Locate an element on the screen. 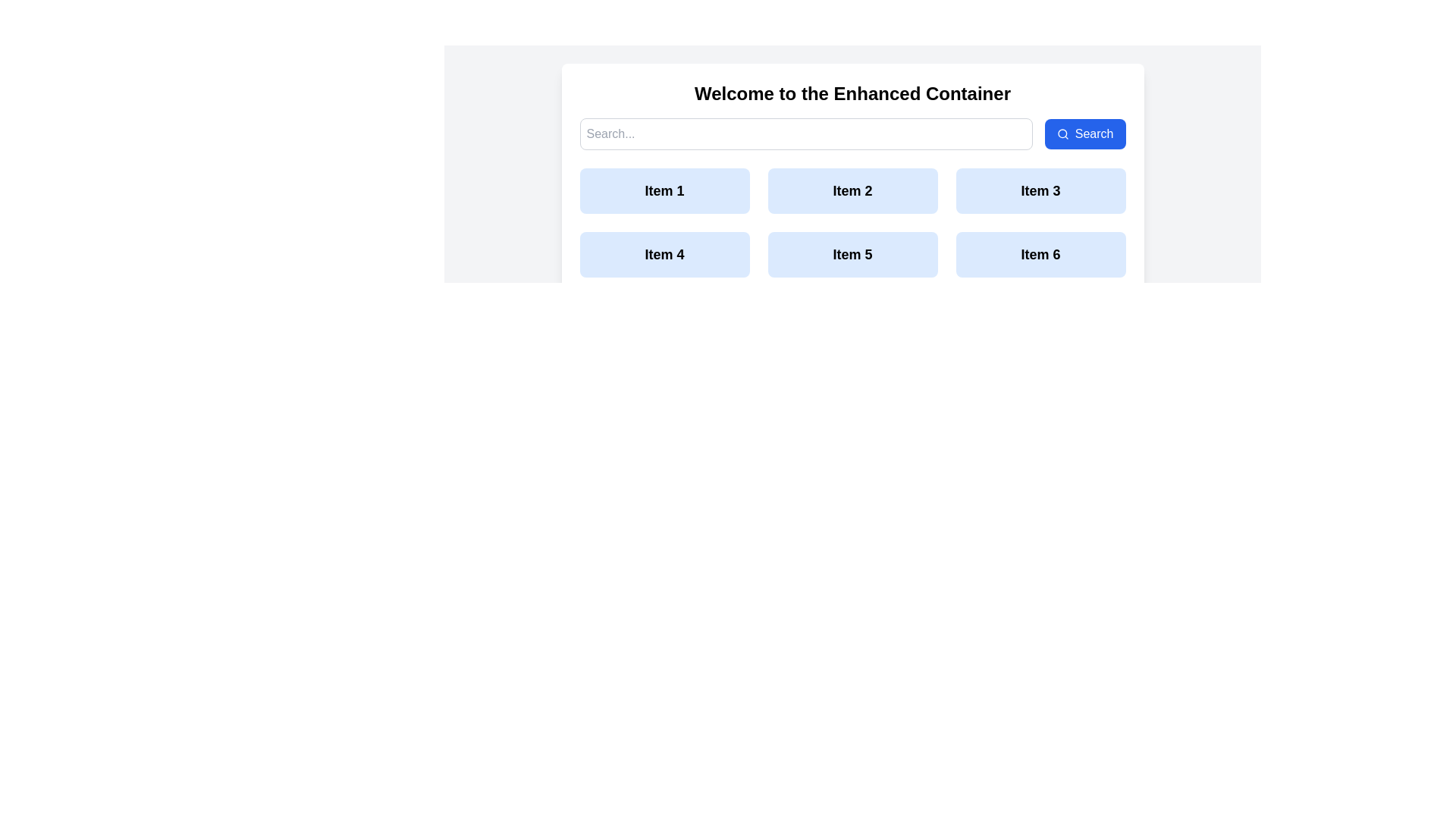  the rectangular button with a blue background and bold black text 'Item 4' is located at coordinates (664, 253).